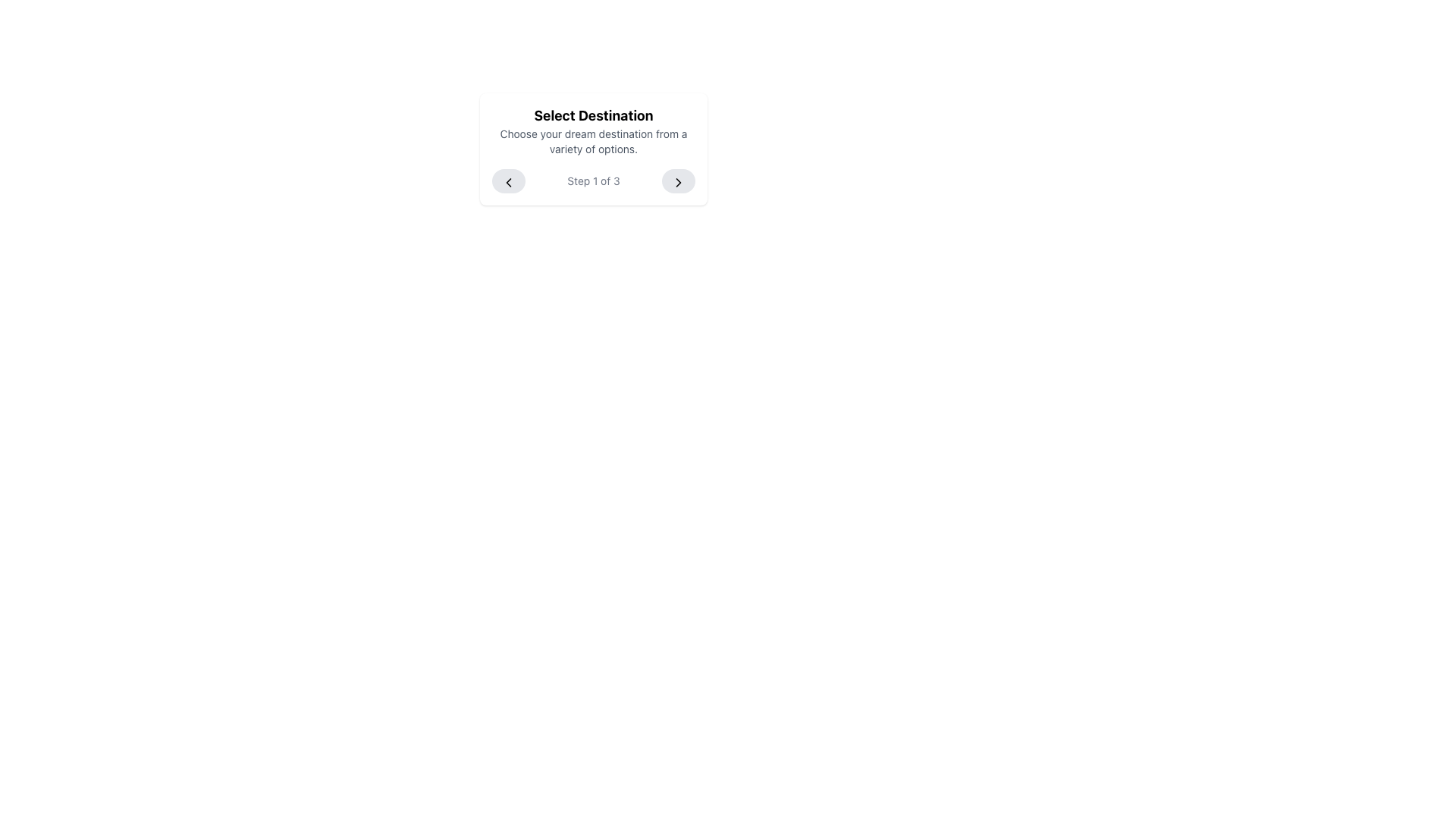  What do you see at coordinates (677, 180) in the screenshot?
I see `the rightward arrow icon button with a light gray background located to the right of the text 'Step 1 of 3' to proceed` at bounding box center [677, 180].